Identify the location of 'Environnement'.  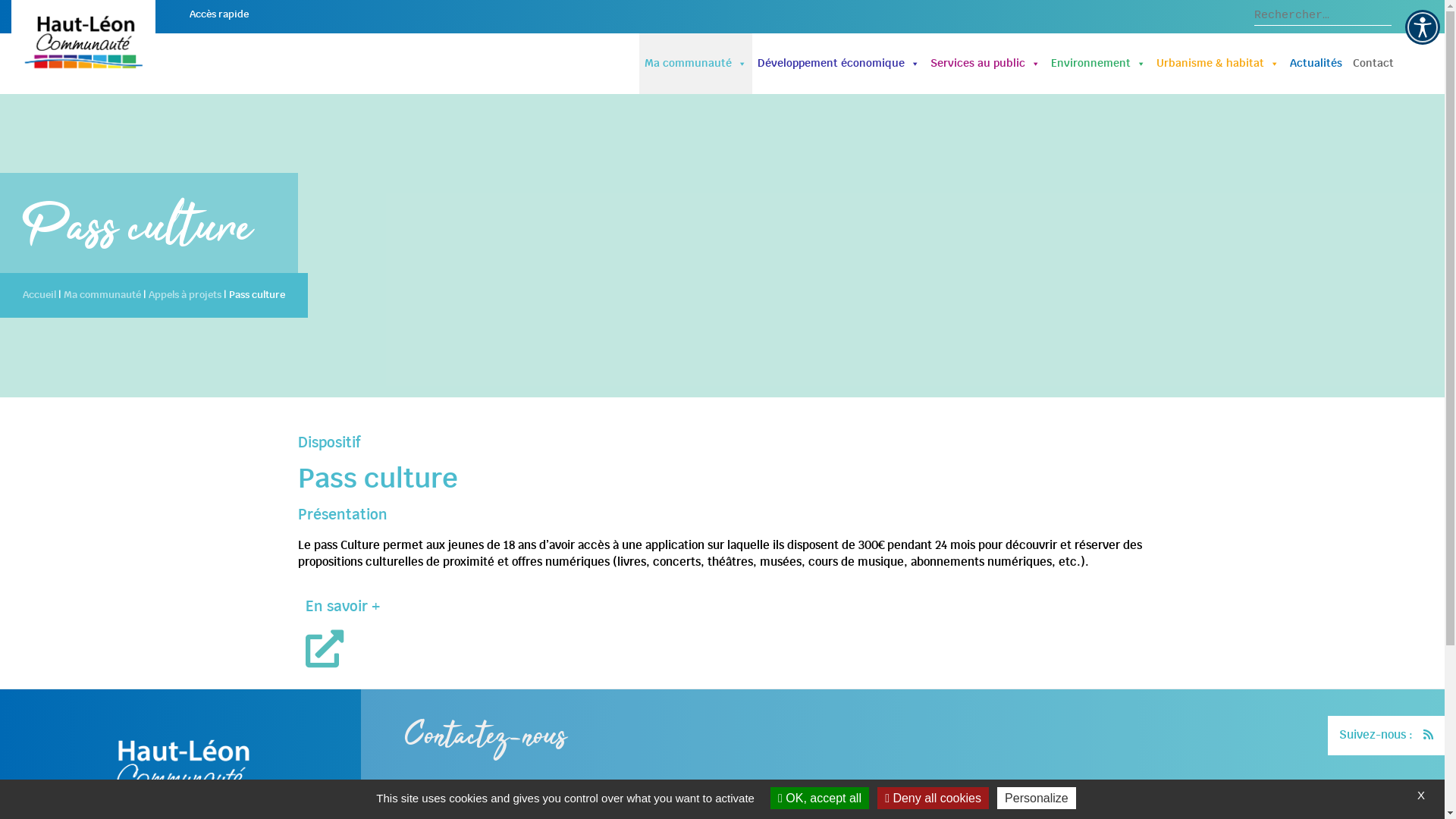
(1098, 63).